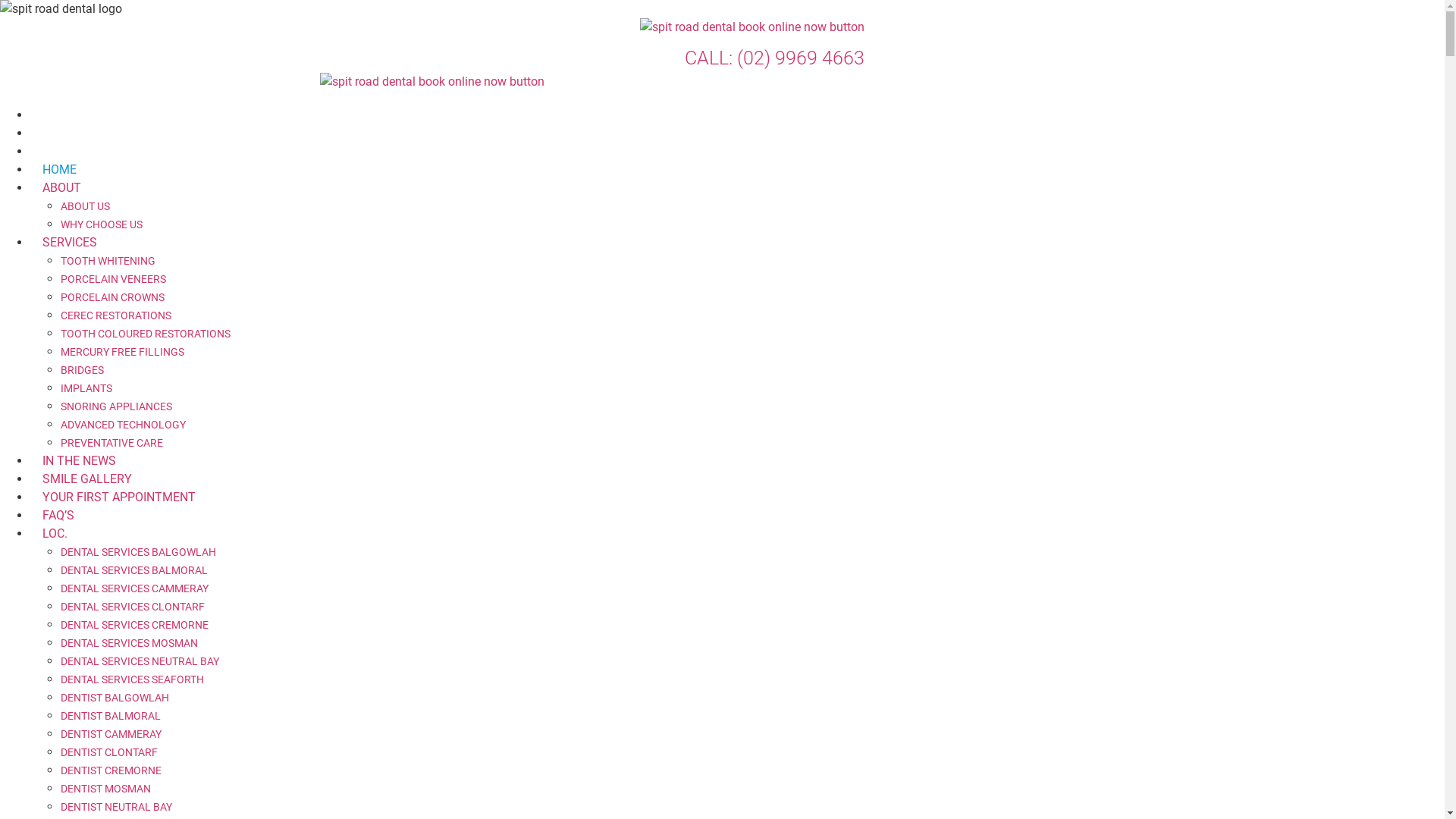 This screenshot has height=819, width=1456. Describe the element at coordinates (107, 259) in the screenshot. I see `'TOOTH WHITENING'` at that location.